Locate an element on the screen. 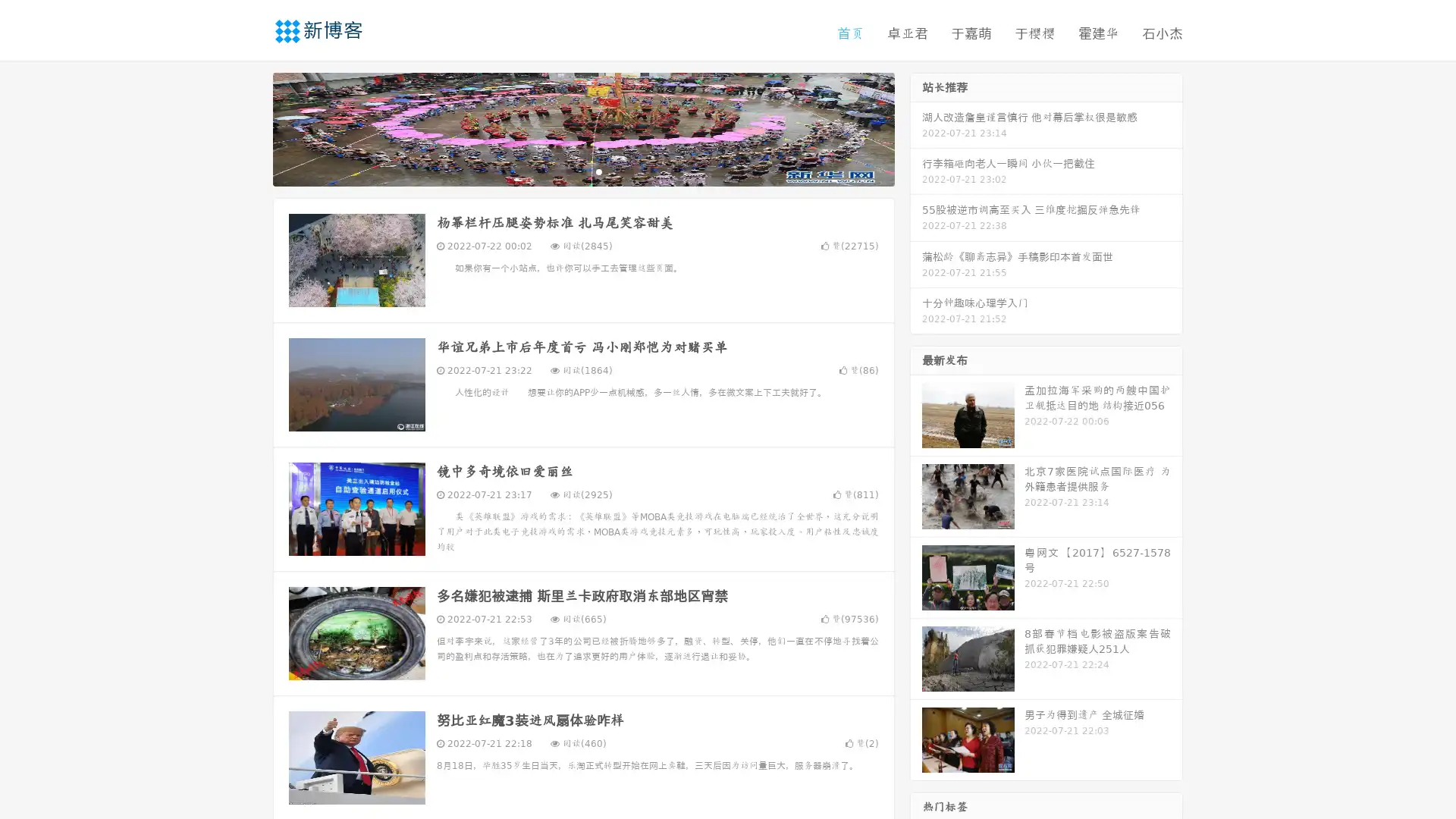 Image resolution: width=1456 pixels, height=819 pixels. Next slide is located at coordinates (916, 127).